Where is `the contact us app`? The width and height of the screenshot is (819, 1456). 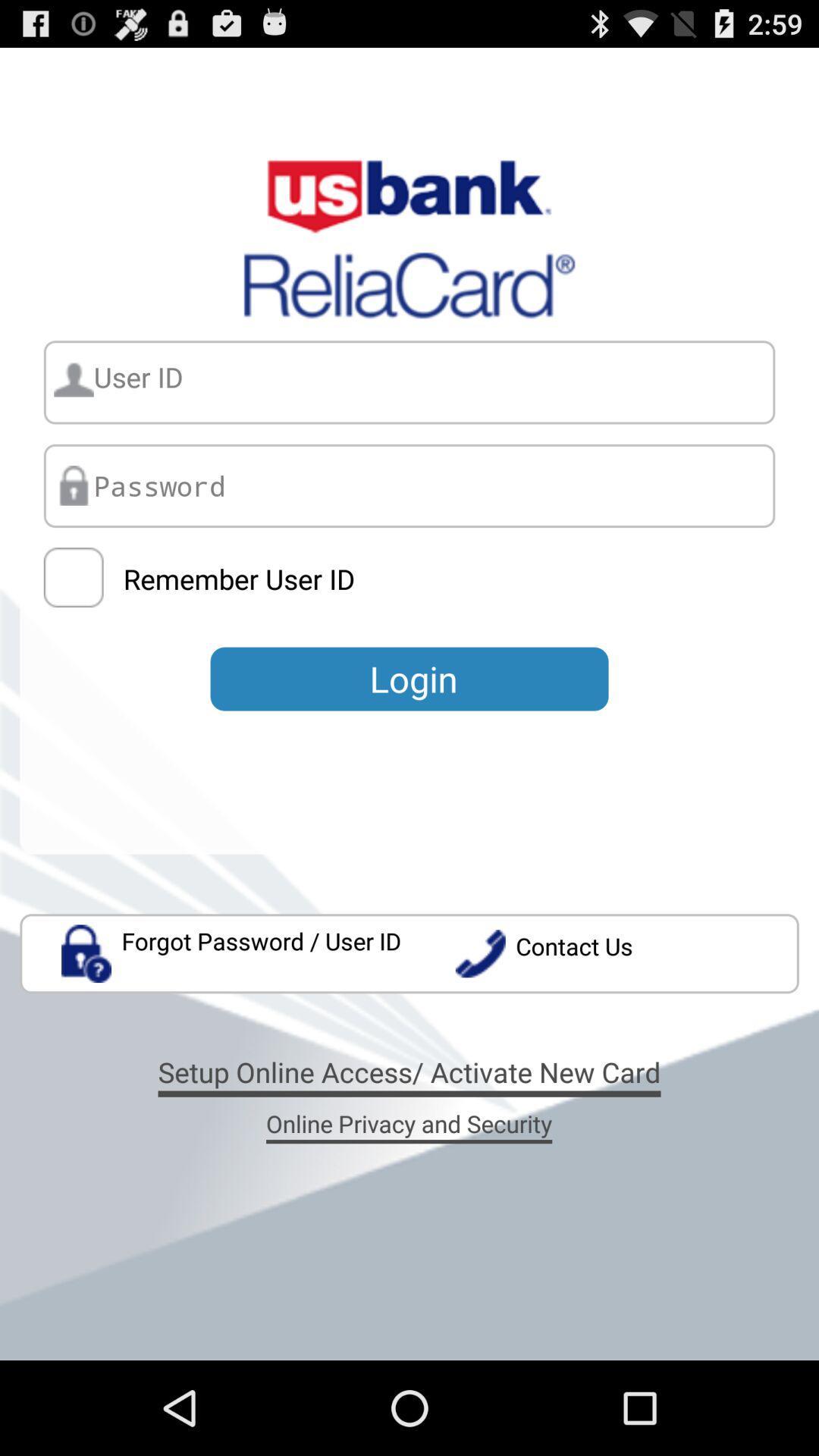
the contact us app is located at coordinates (626, 952).